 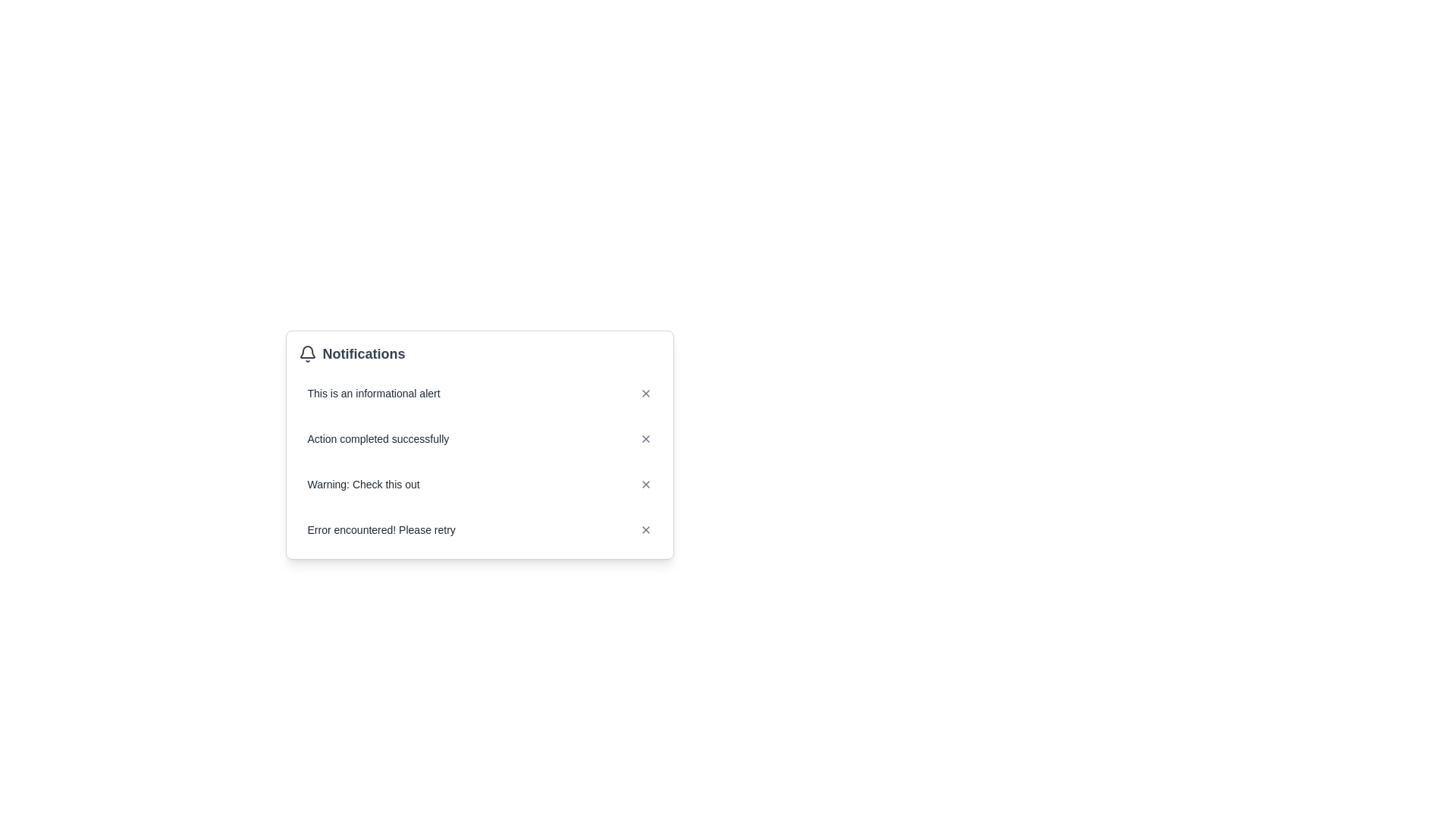 What do you see at coordinates (645, 485) in the screenshot?
I see `the interactive close icon styled as an 'X' in the far-right corner of the 'Warning: Check this out.' notification bar` at bounding box center [645, 485].